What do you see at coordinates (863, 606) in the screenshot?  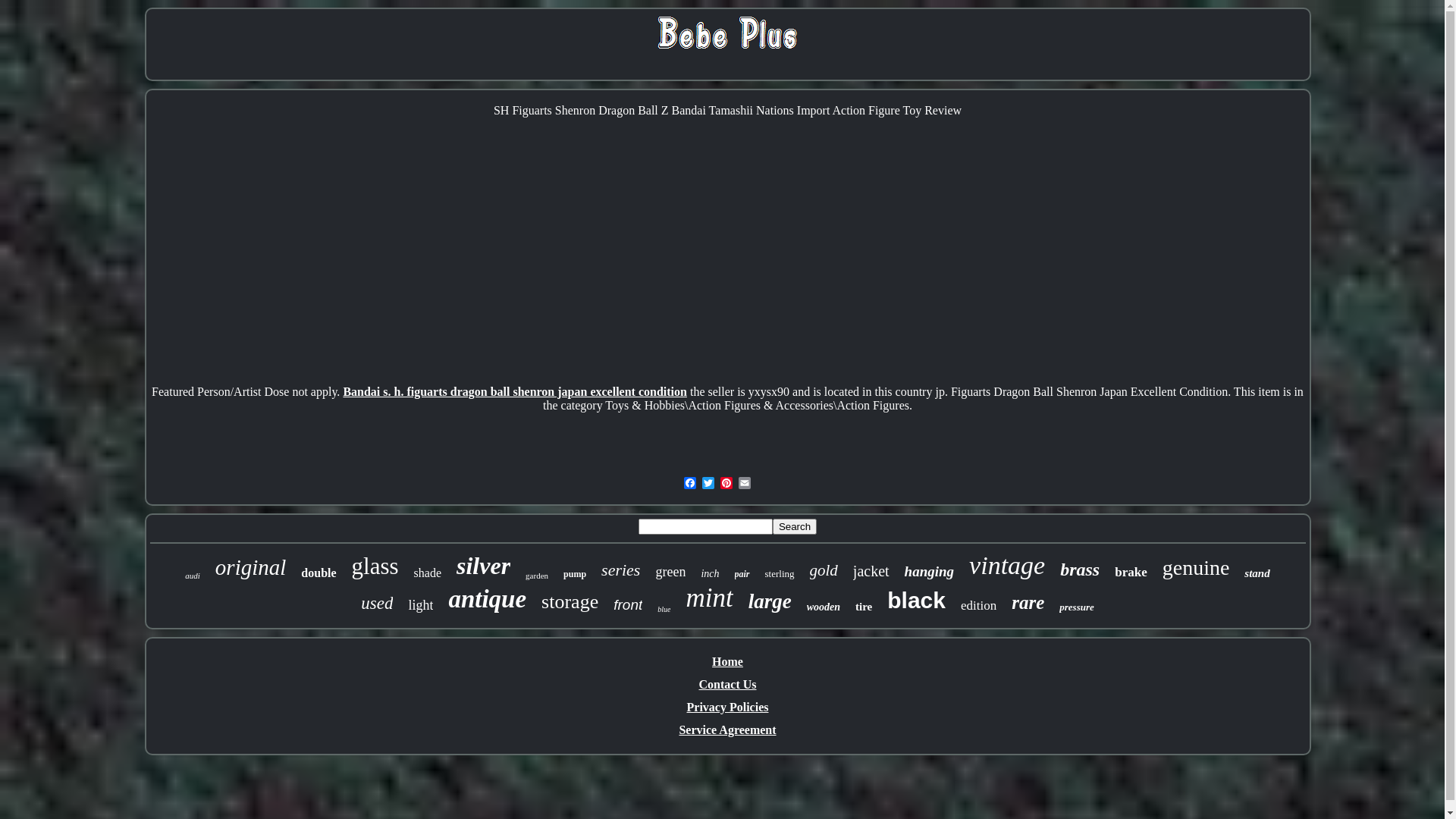 I see `'tire'` at bounding box center [863, 606].